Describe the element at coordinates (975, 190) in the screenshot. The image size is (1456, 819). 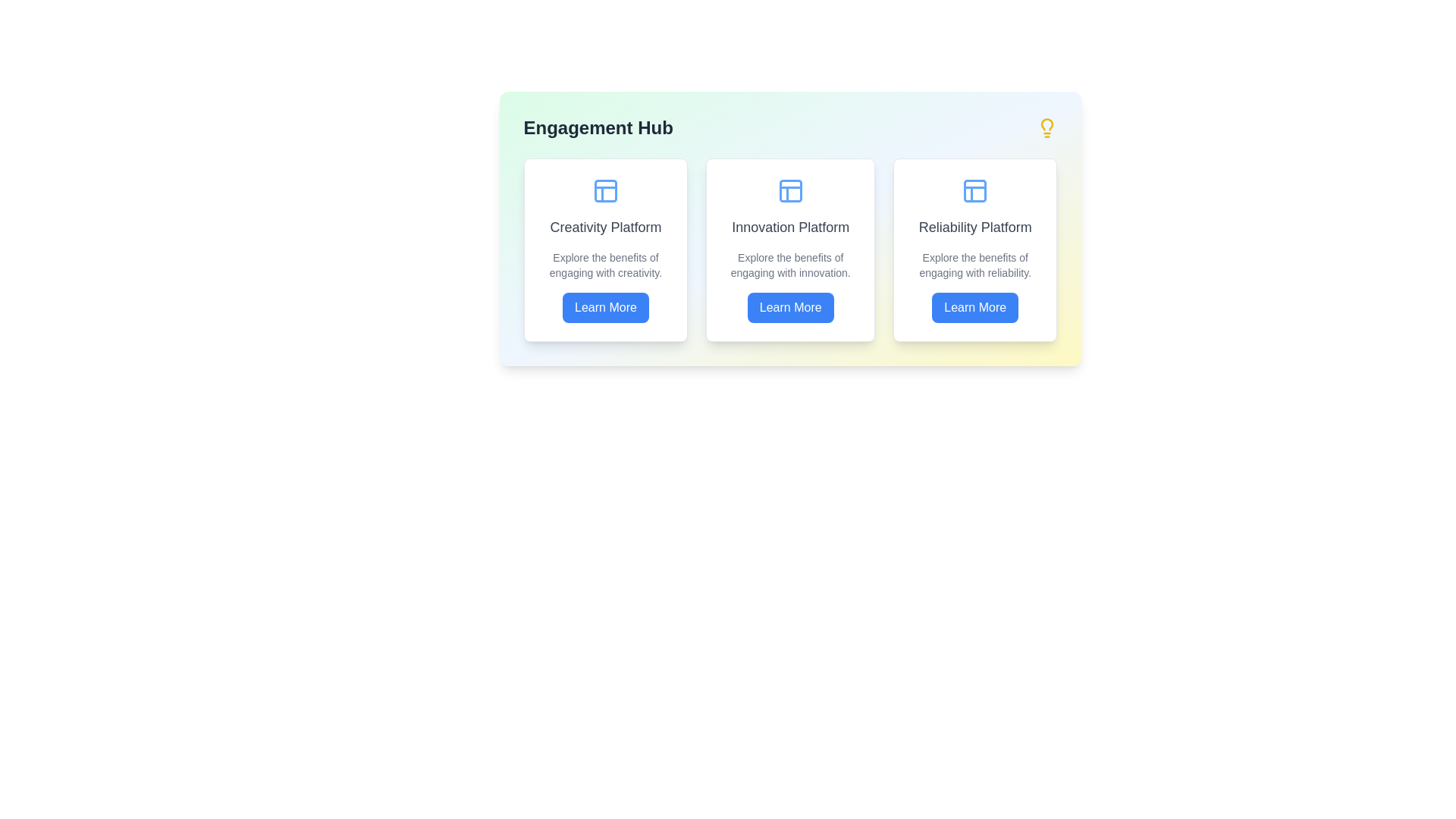
I see `the graphical representation within the 'Reliability Platform' icon located in the third card of the 'Engagement Hub' panel` at that location.